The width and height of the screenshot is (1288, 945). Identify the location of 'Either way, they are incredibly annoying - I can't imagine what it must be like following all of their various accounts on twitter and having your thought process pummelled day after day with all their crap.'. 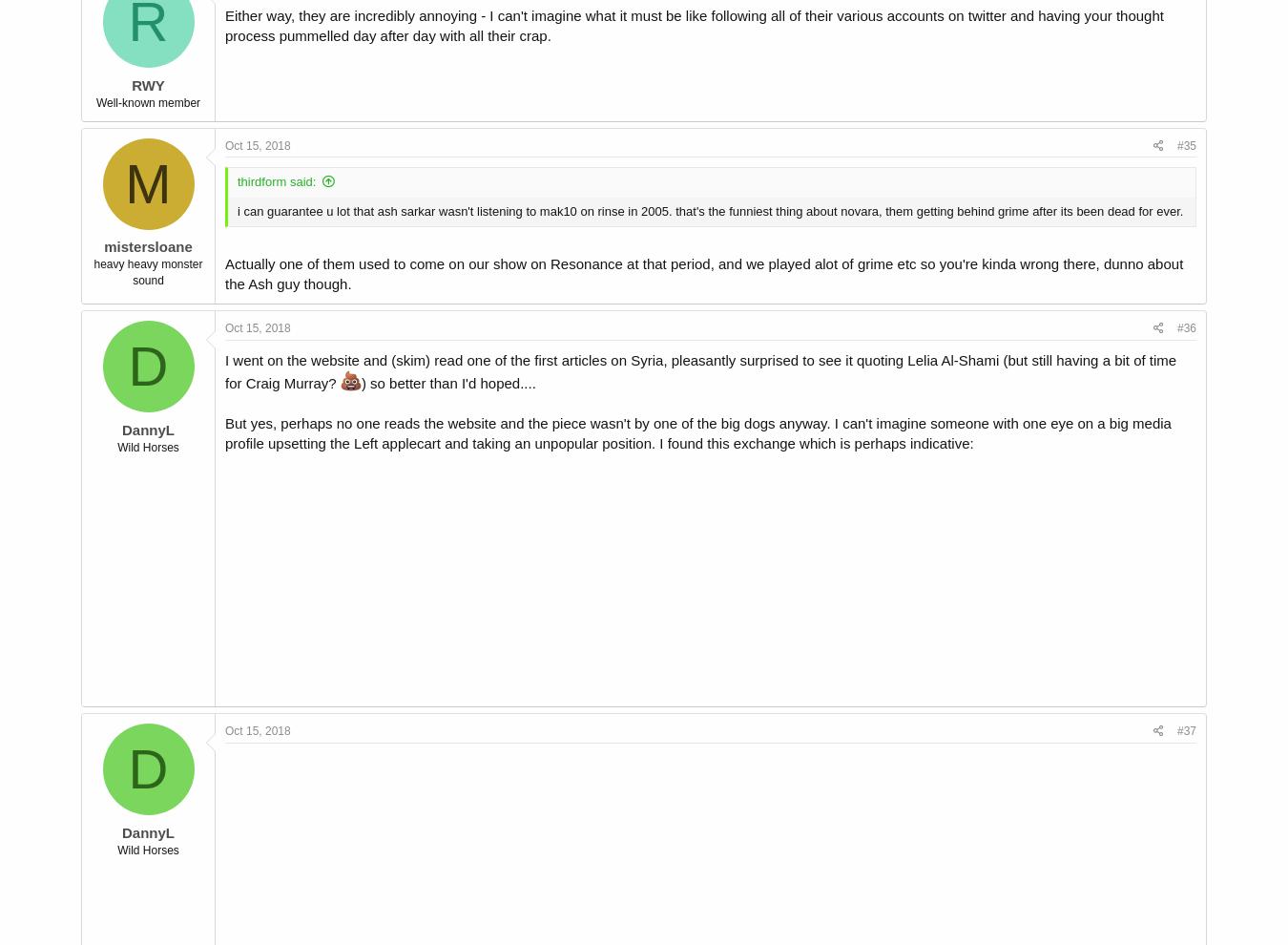
(693, 25).